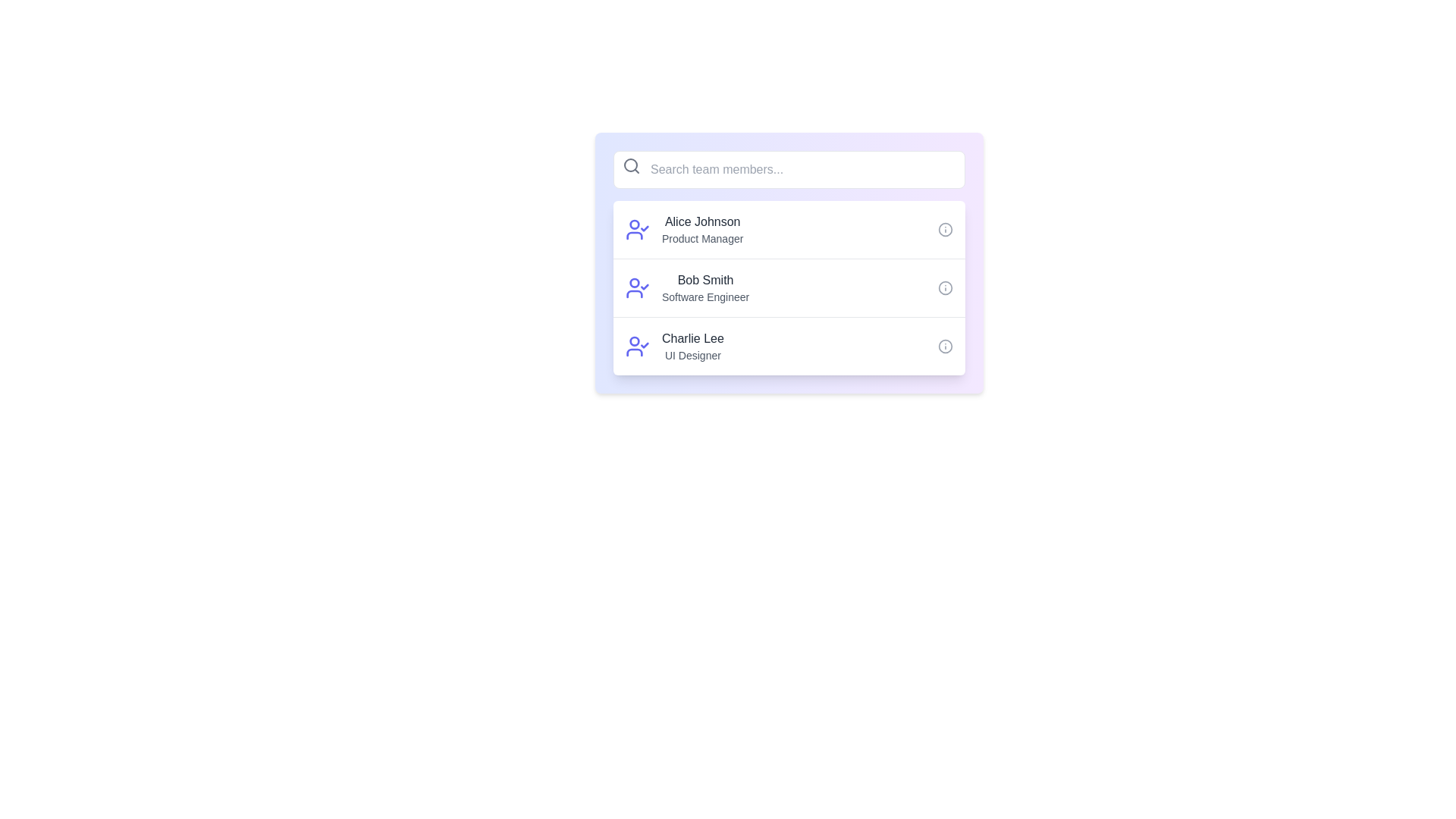 The width and height of the screenshot is (1456, 819). Describe the element at coordinates (673, 346) in the screenshot. I see `to select the user profile for 'Charlie Lee', a UI Designer, which includes a profile icon with an indigo outline and two text lines indicating the name and role` at that location.